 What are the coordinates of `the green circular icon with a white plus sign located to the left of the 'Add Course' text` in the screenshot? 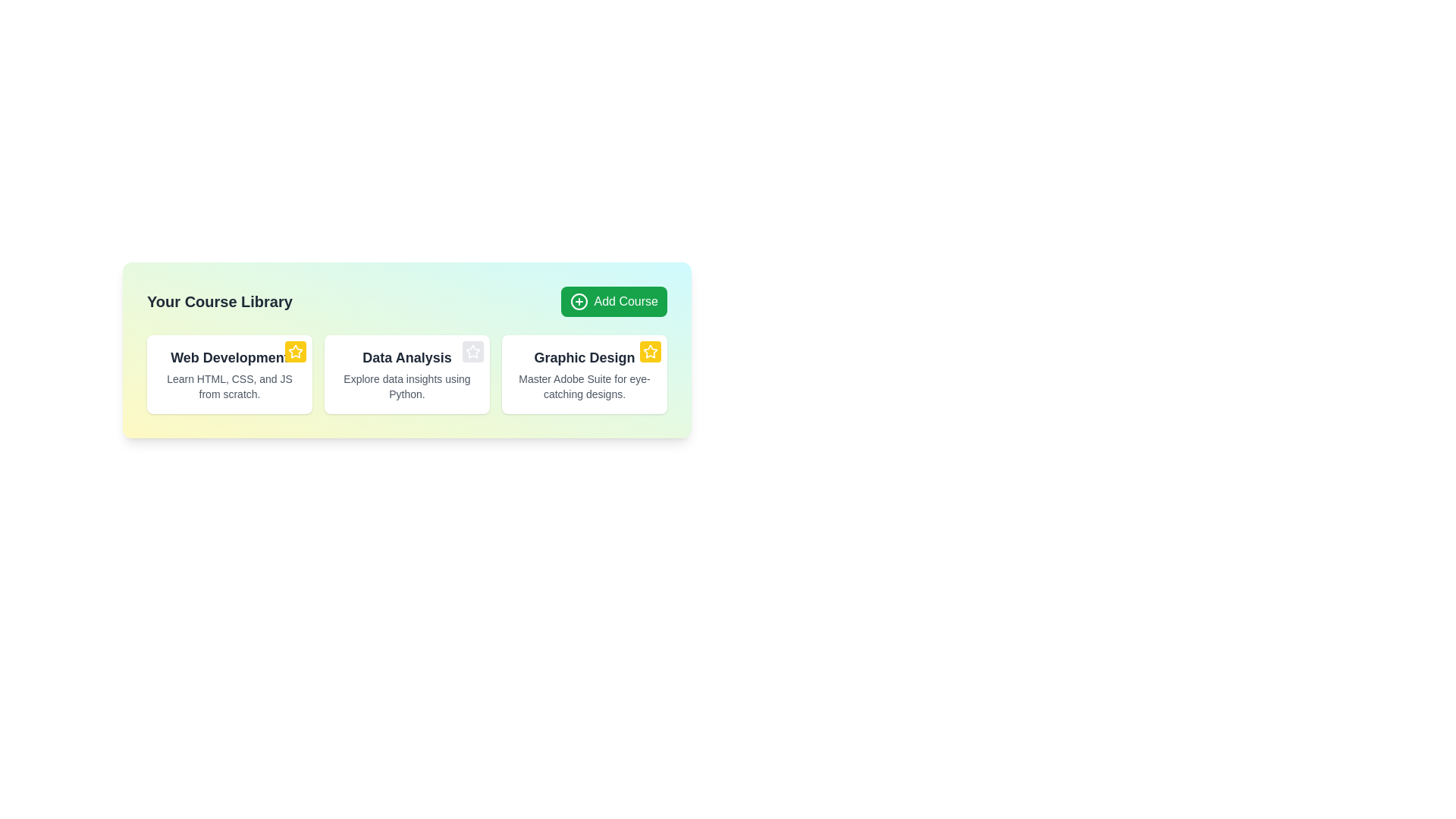 It's located at (578, 301).